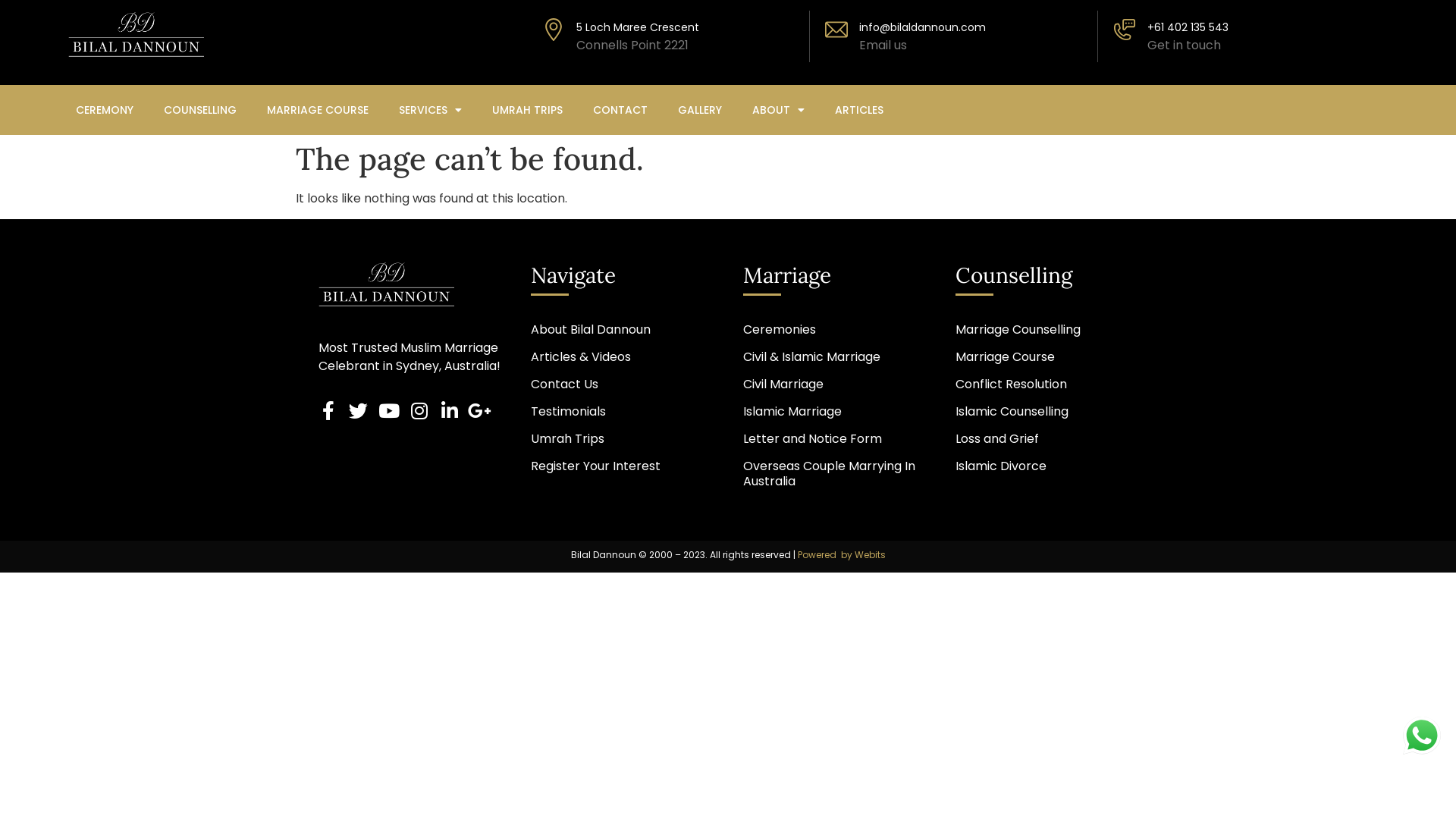 The width and height of the screenshot is (1456, 819). Describe the element at coordinates (833, 356) in the screenshot. I see `'Civil & Islamic Marriage'` at that location.